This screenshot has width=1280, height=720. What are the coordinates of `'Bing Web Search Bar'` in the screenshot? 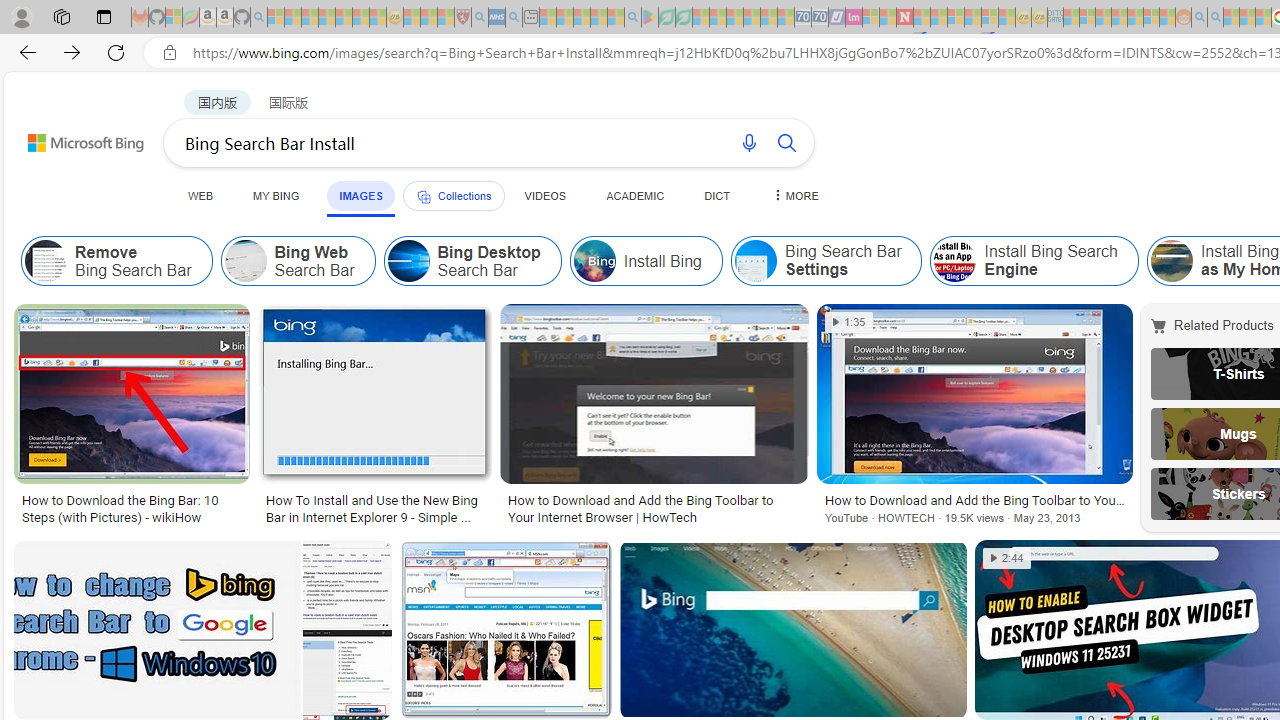 It's located at (297, 260).